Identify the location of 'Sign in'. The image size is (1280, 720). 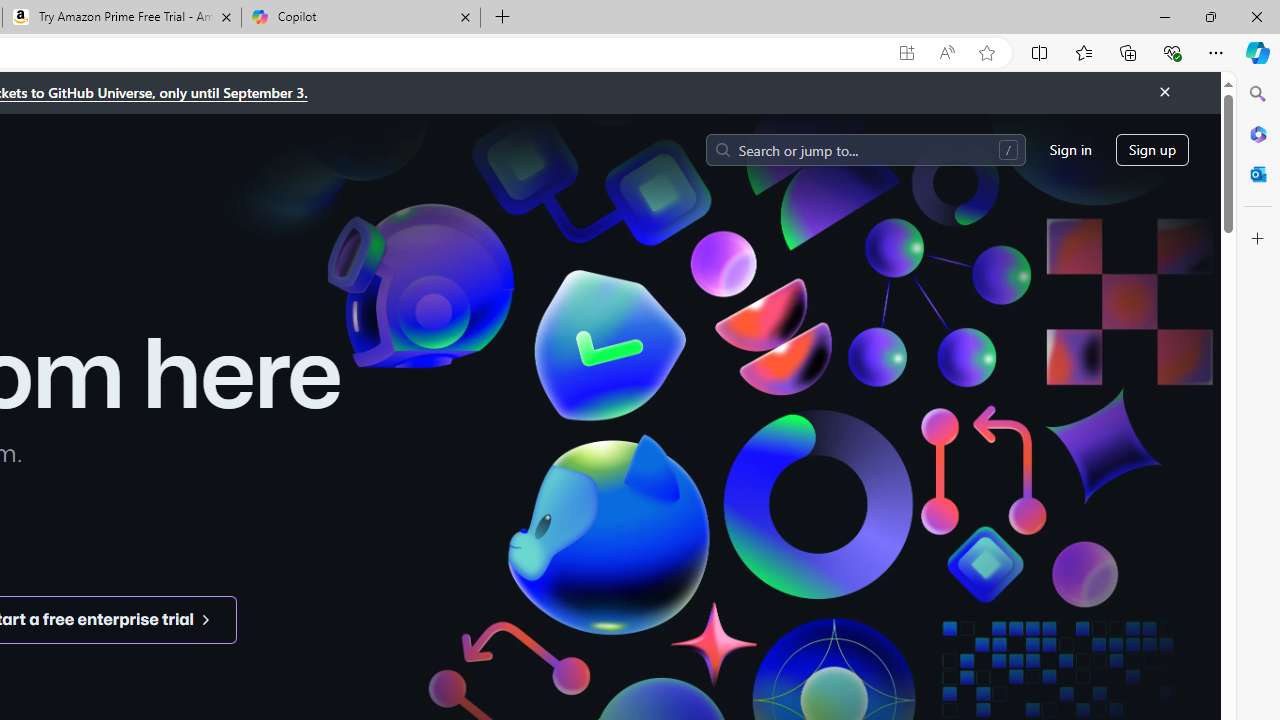
(1069, 148).